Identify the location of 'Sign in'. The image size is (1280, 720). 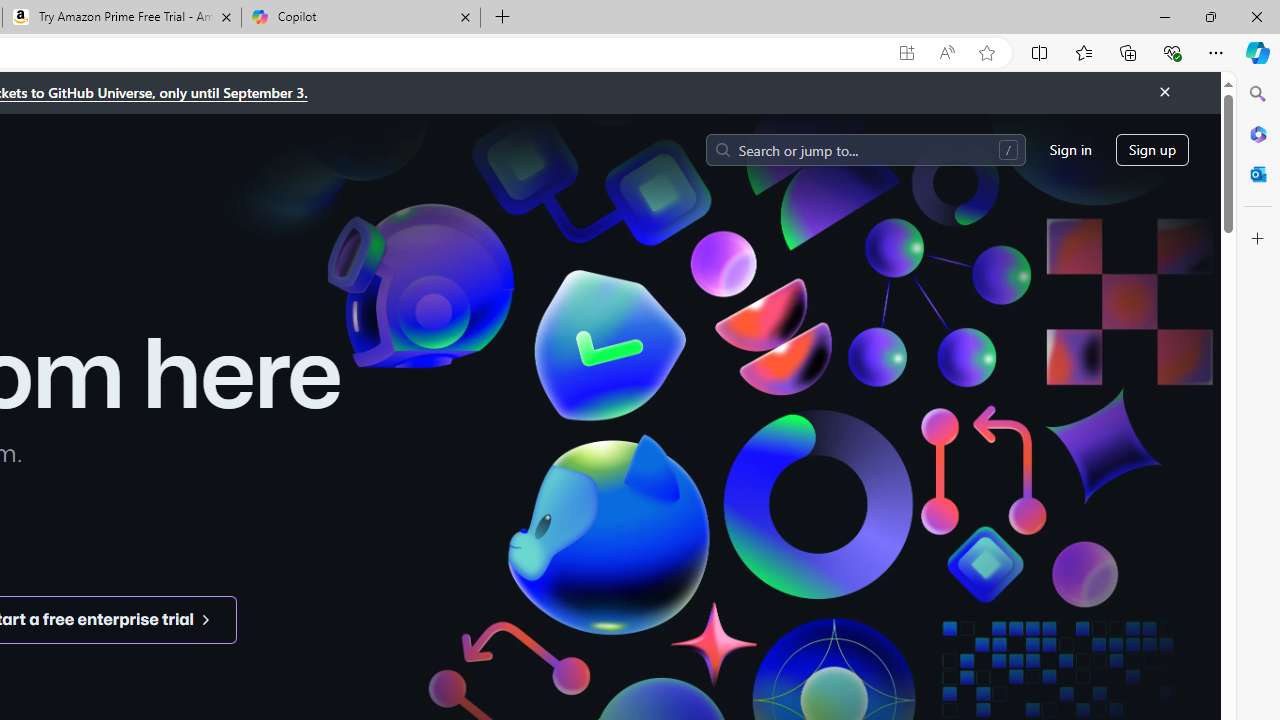
(1069, 148).